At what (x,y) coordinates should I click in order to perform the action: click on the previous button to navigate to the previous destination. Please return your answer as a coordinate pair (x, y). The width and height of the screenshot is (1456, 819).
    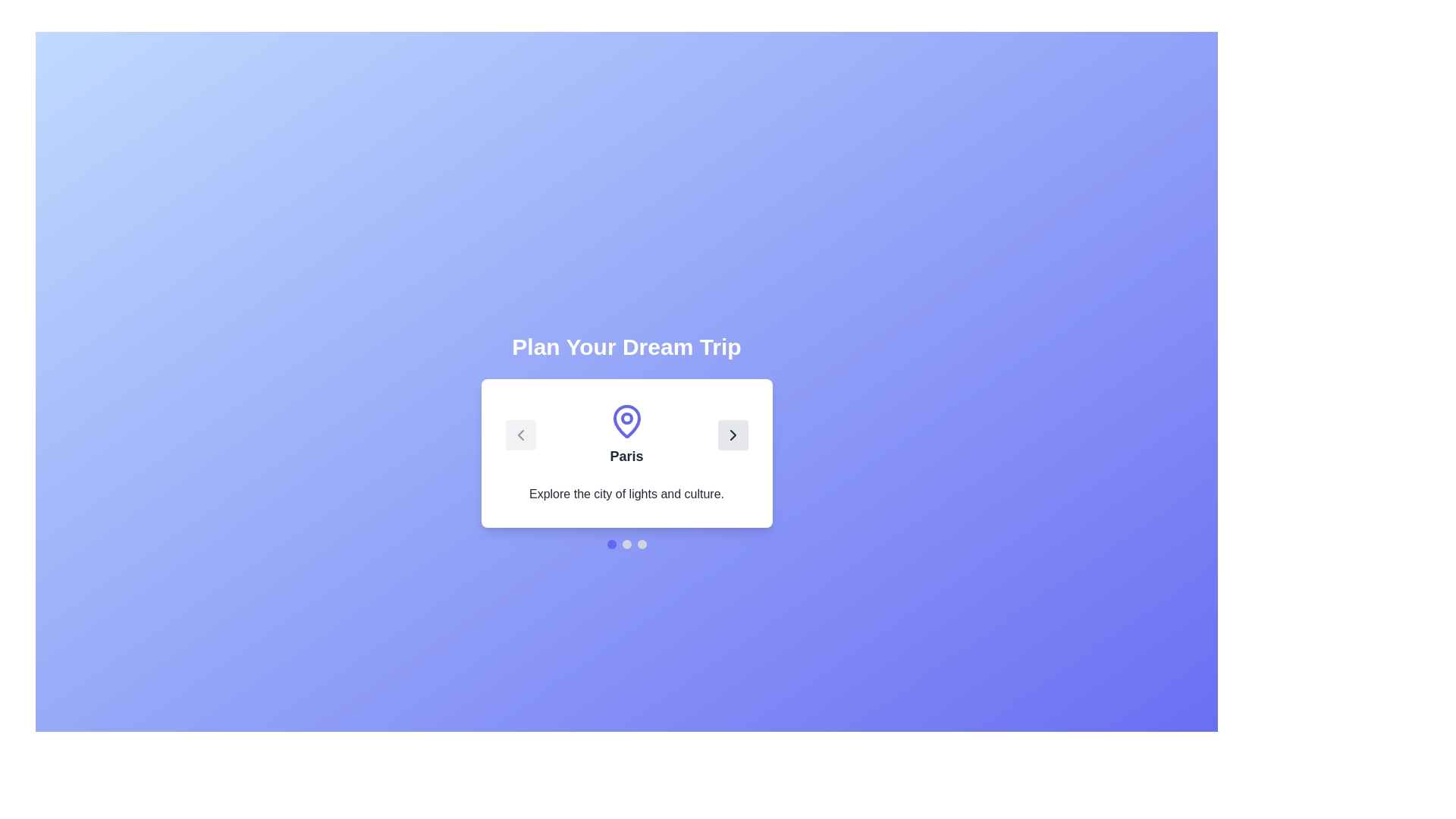
    Looking at the image, I should click on (520, 435).